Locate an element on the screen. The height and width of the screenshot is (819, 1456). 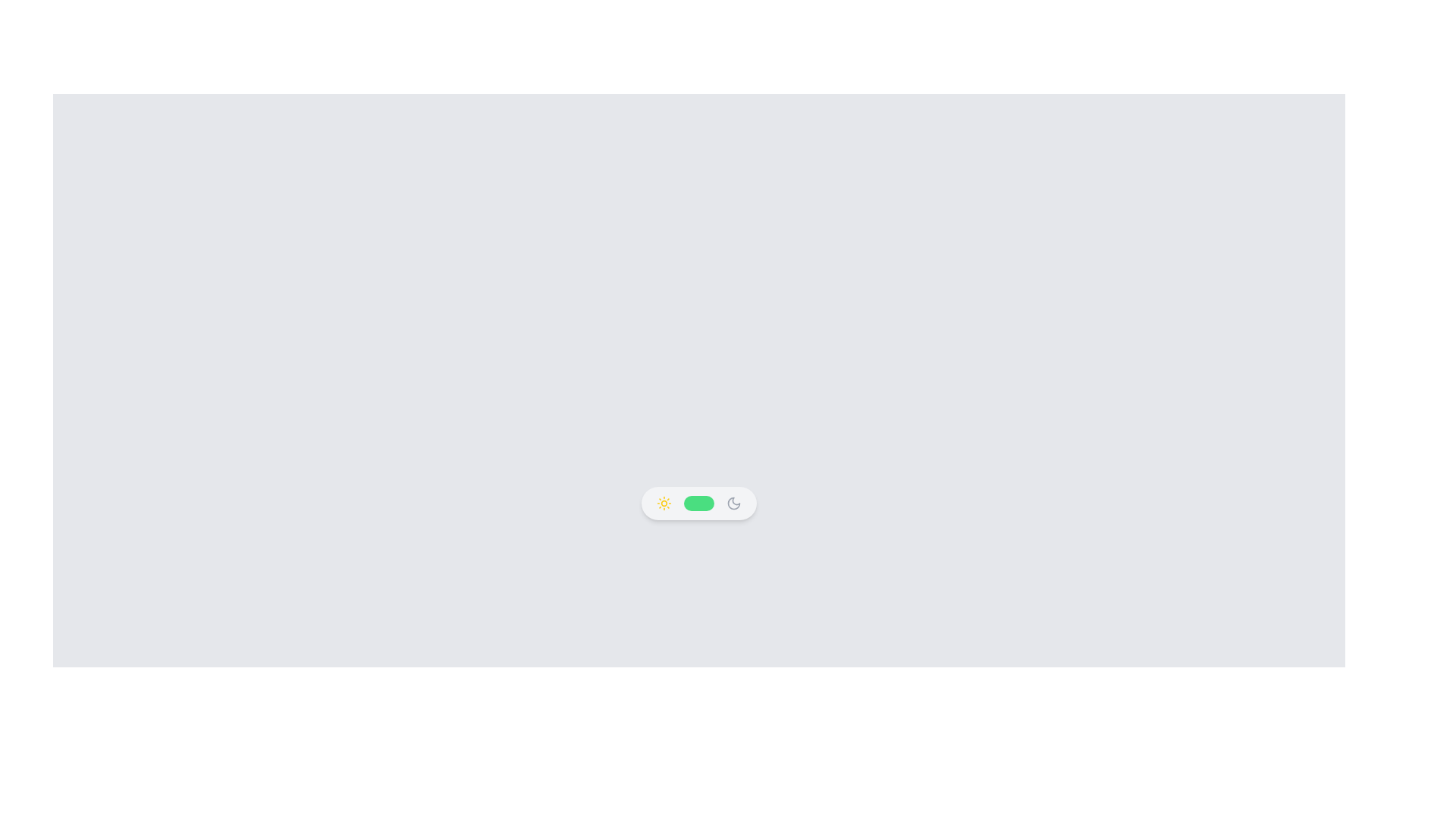
the circular moon icon located at the far right of a group containing a sun icon and a green toggle switch is located at coordinates (734, 503).